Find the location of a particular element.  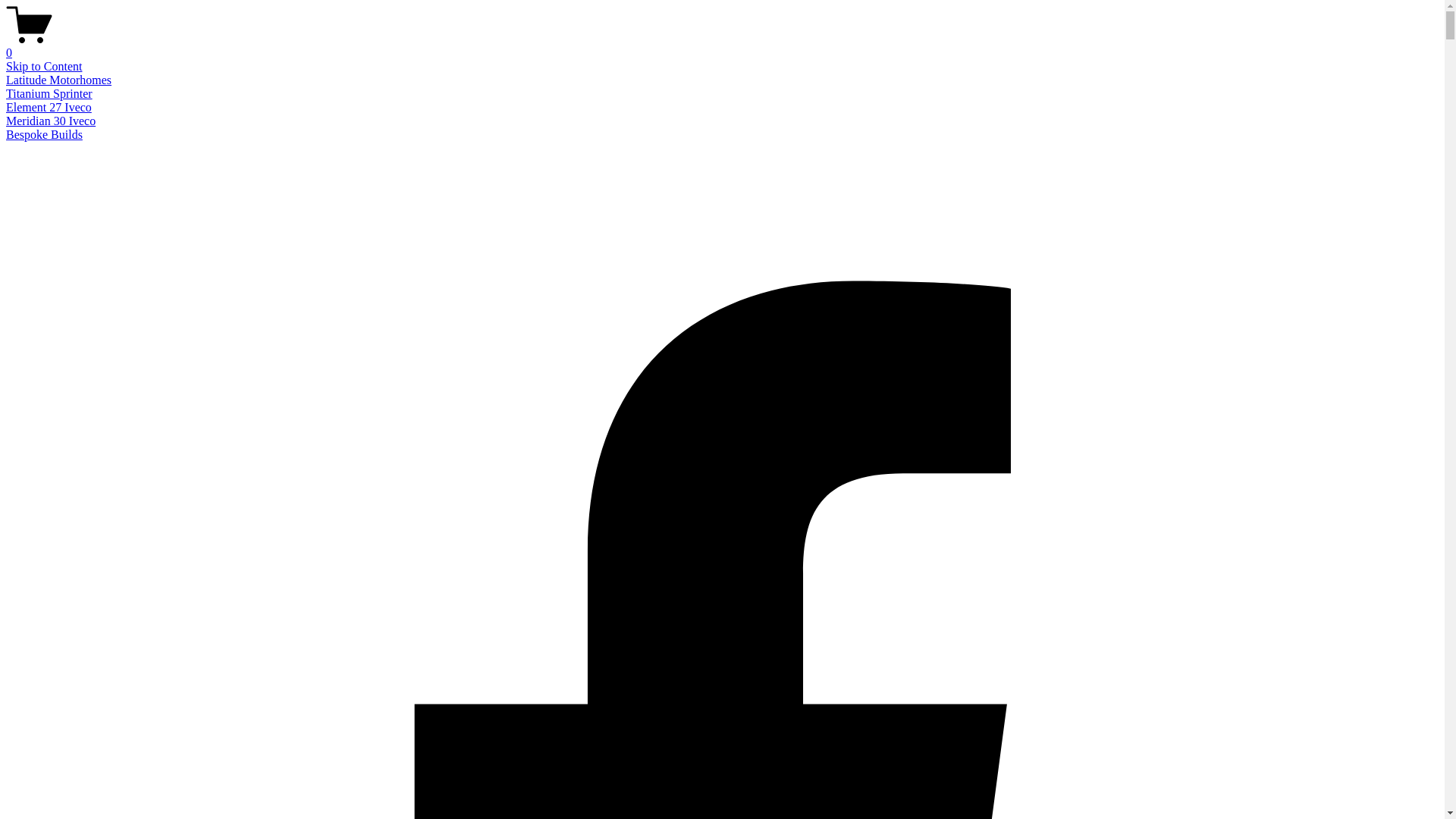

'Meridian 30 Iveco' is located at coordinates (51, 120).